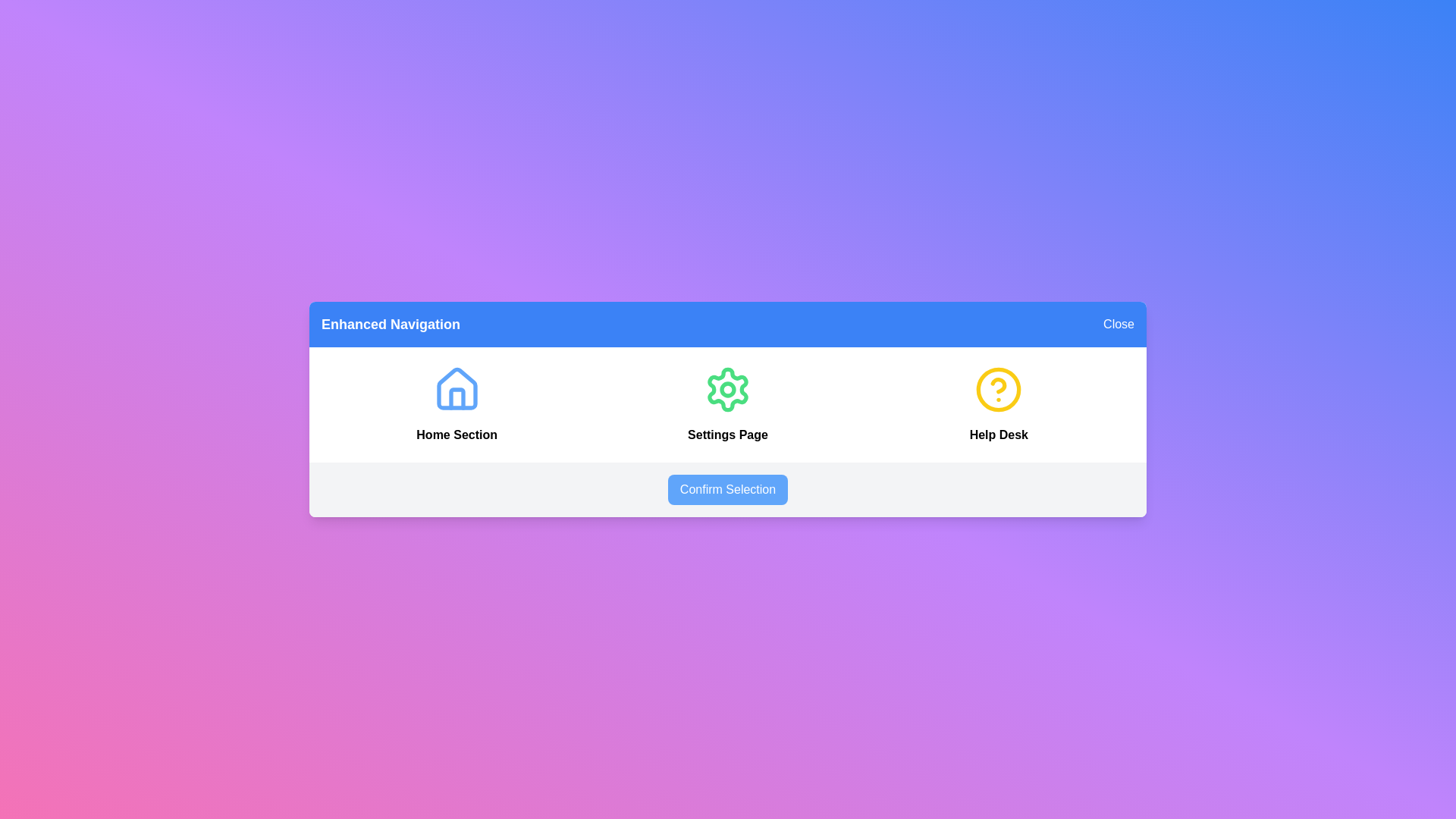 Image resolution: width=1456 pixels, height=819 pixels. I want to click on the 'Confirm Selection' button to confirm the current choice, so click(728, 489).